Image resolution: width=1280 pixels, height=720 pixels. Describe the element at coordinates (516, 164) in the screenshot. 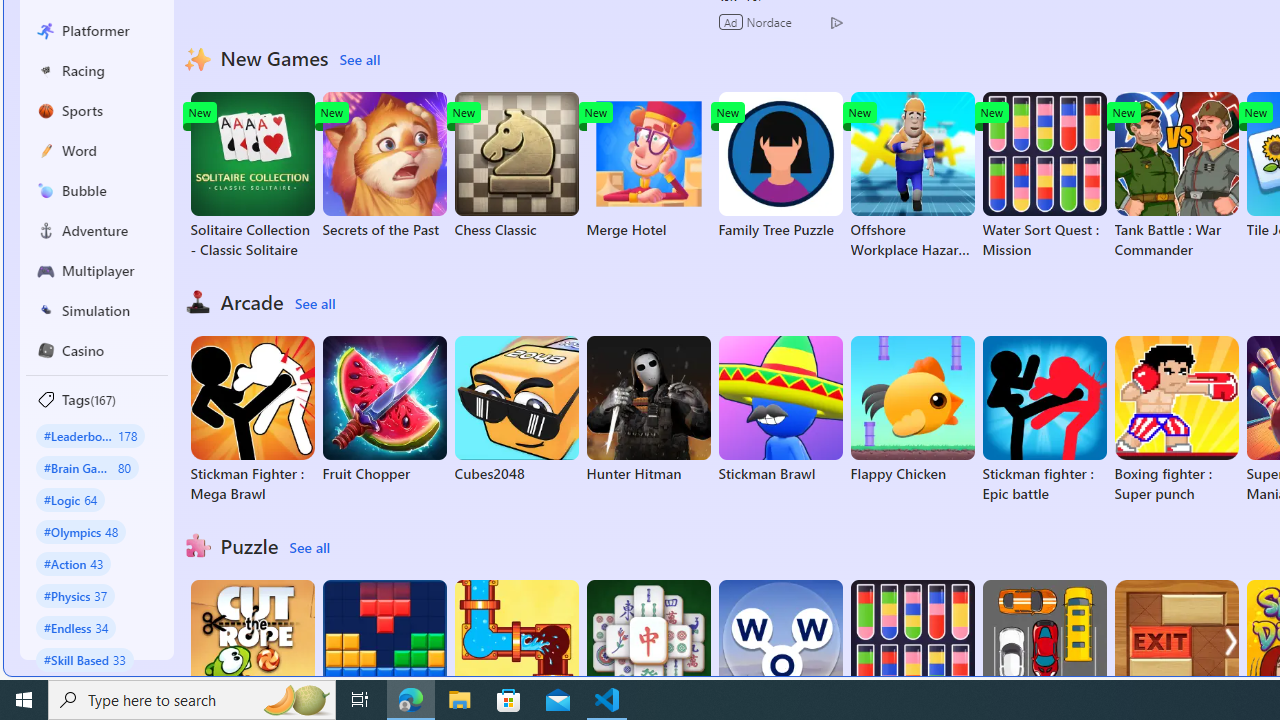

I see `'Chess Classic'` at that location.